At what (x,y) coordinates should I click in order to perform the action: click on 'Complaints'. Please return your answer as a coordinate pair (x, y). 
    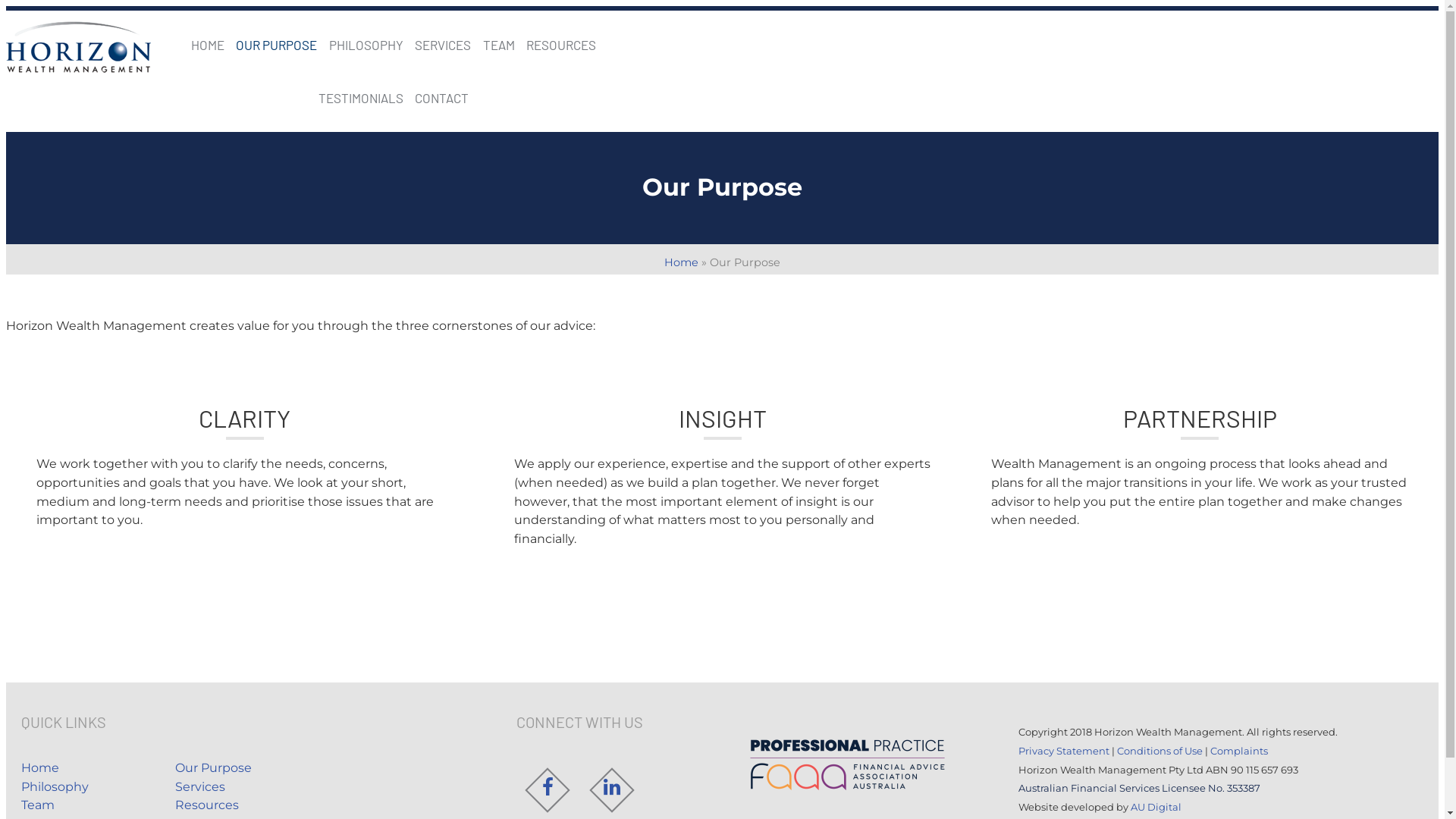
    Looking at the image, I should click on (1238, 751).